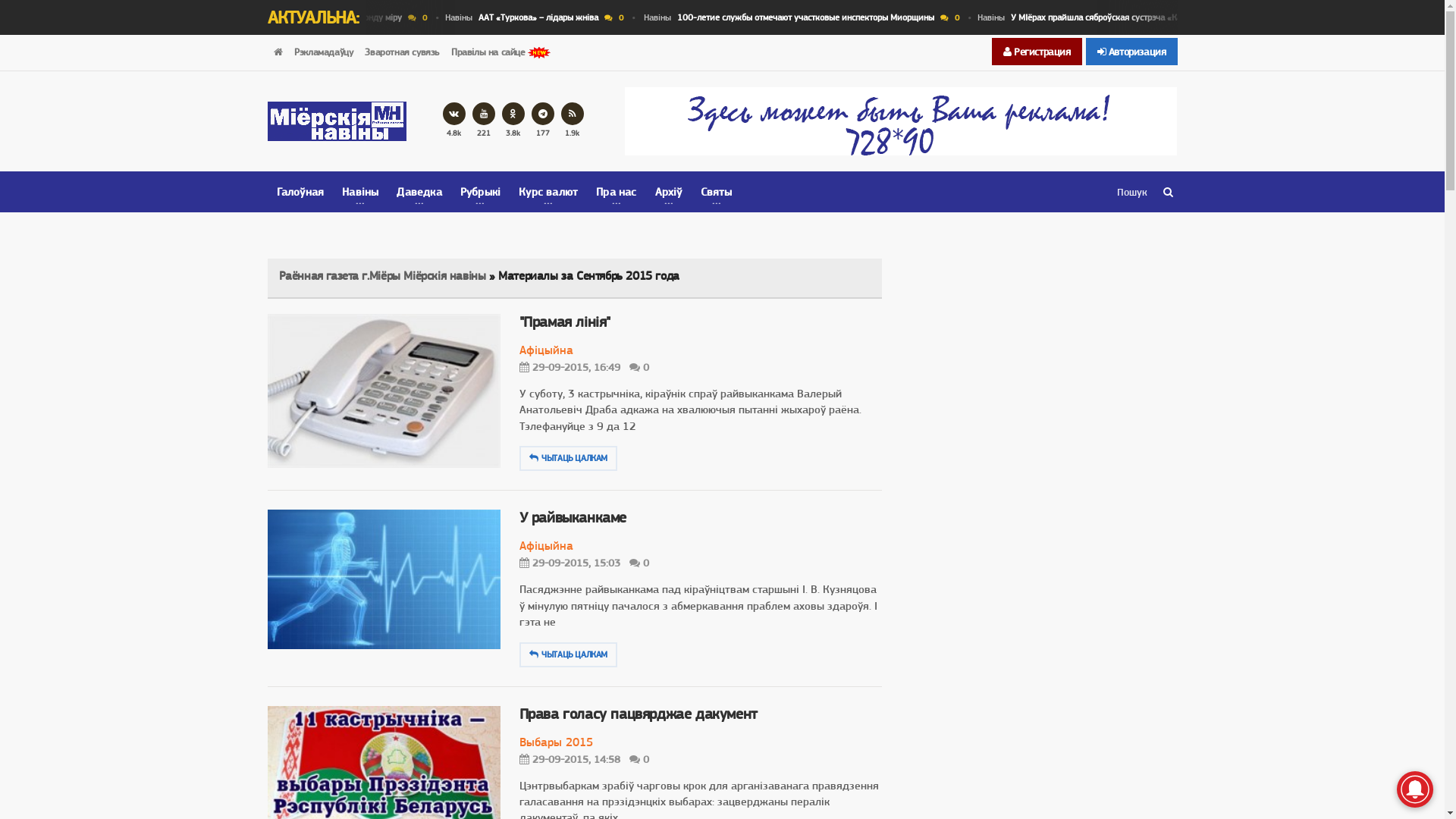 This screenshot has height=819, width=1456. What do you see at coordinates (629, 562) in the screenshot?
I see `'0'` at bounding box center [629, 562].